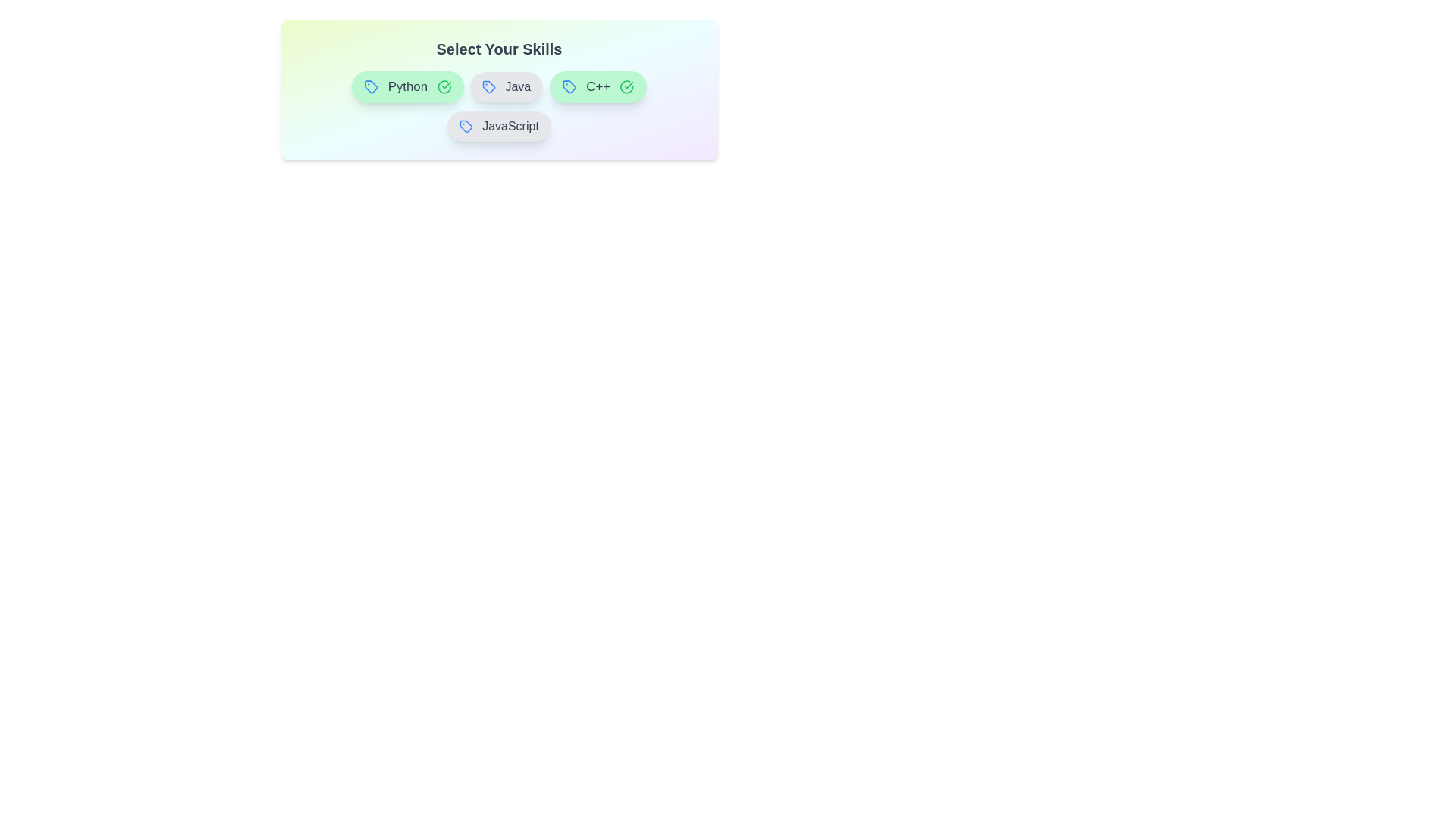 This screenshot has height=819, width=1456. What do you see at coordinates (407, 87) in the screenshot?
I see `the badge for the skill Python` at bounding box center [407, 87].